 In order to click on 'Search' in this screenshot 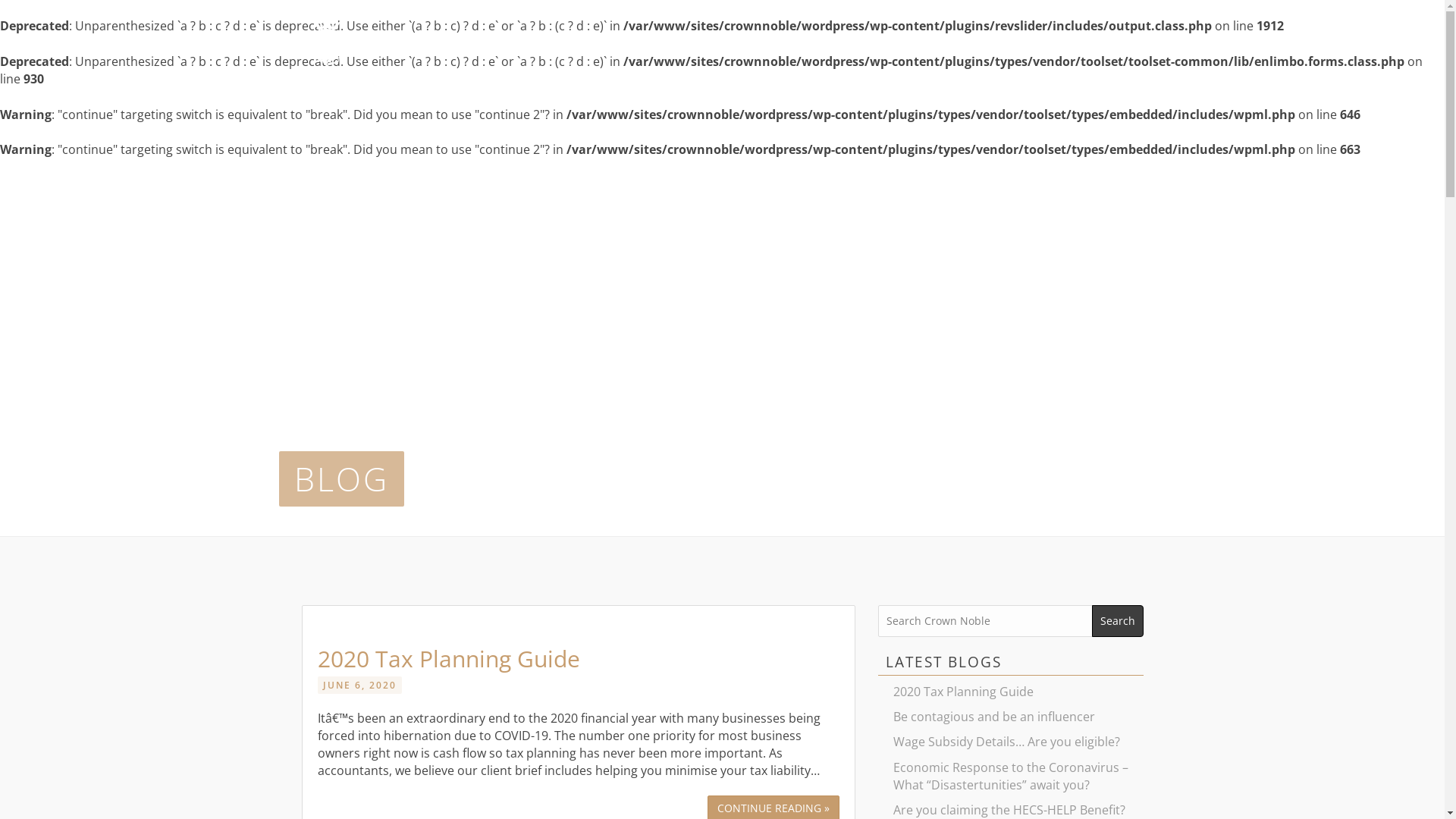, I will do `click(1117, 620)`.